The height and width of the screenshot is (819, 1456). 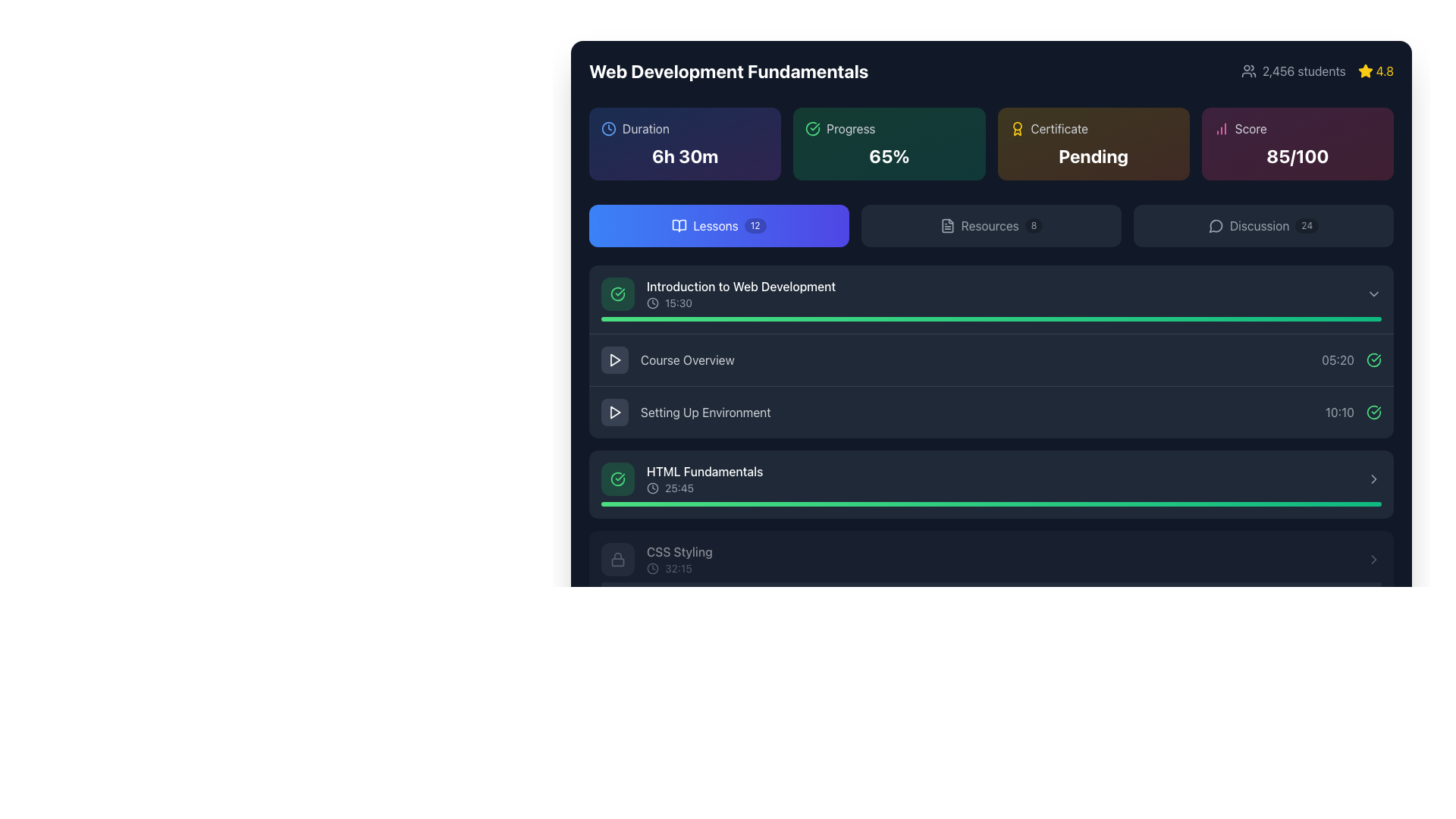 I want to click on text label displaying the time duration '32:15' that is part of the lesson information for 'CSS Styling', located to the right of a clock icon, so click(x=677, y=568).